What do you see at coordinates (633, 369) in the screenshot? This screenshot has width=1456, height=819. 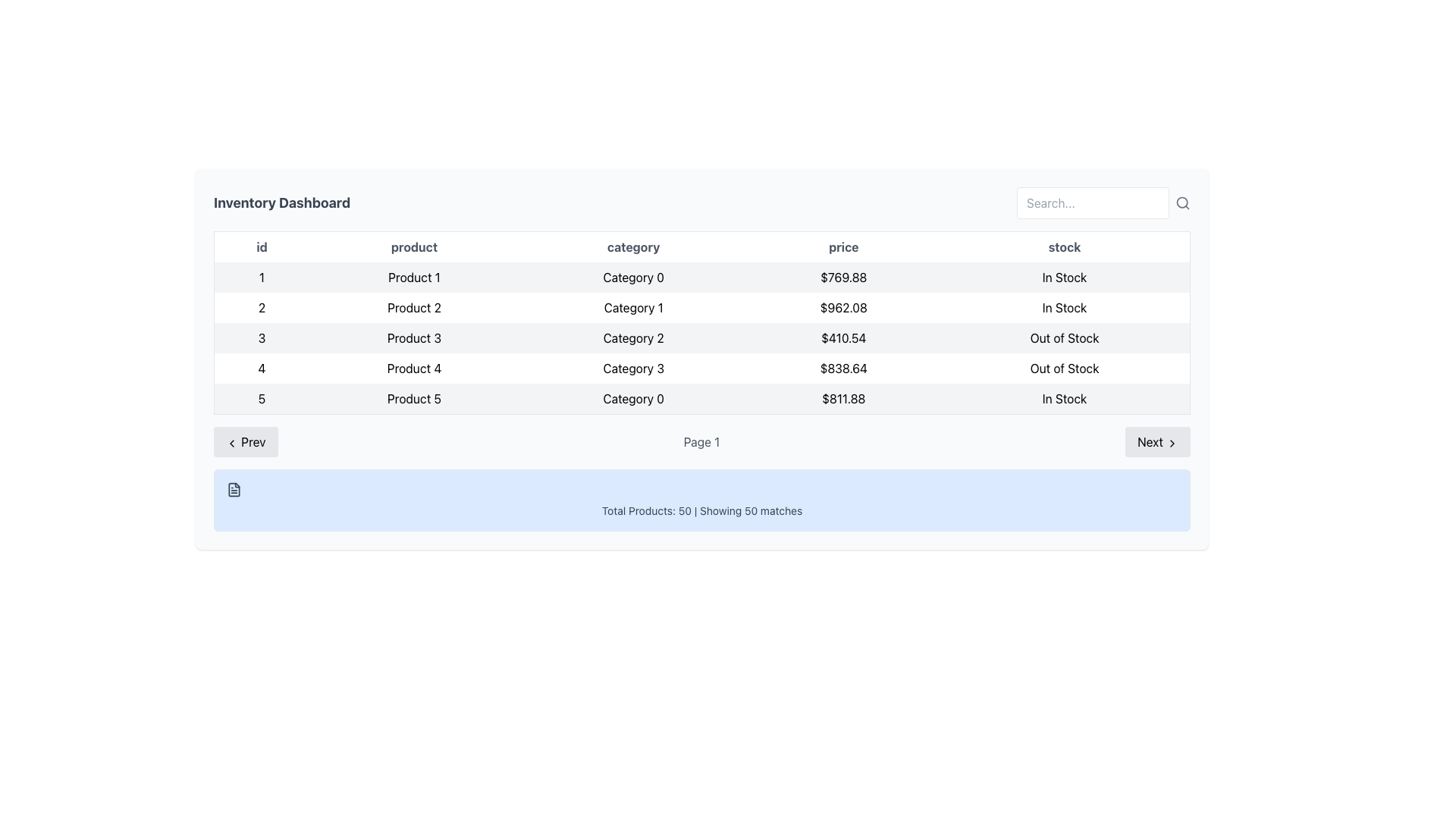 I see `the text display element representing the category designation of a product in the fourth row of the table` at bounding box center [633, 369].